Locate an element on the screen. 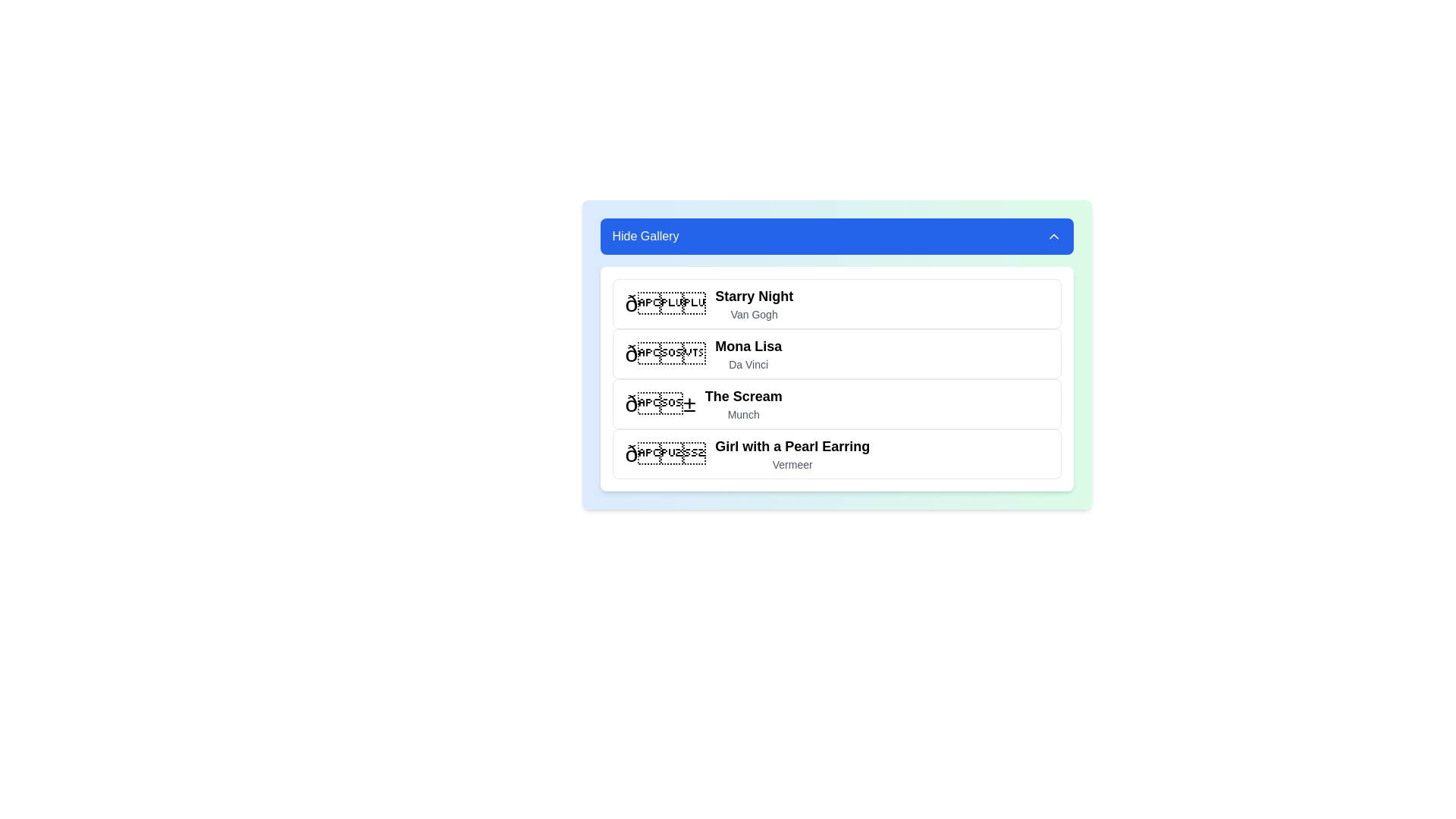  the clickable list item displaying the surprised emoji, titled 'The Scream' with subtitle 'Munch', located in a vertical list within a light-colored card is located at coordinates (836, 403).